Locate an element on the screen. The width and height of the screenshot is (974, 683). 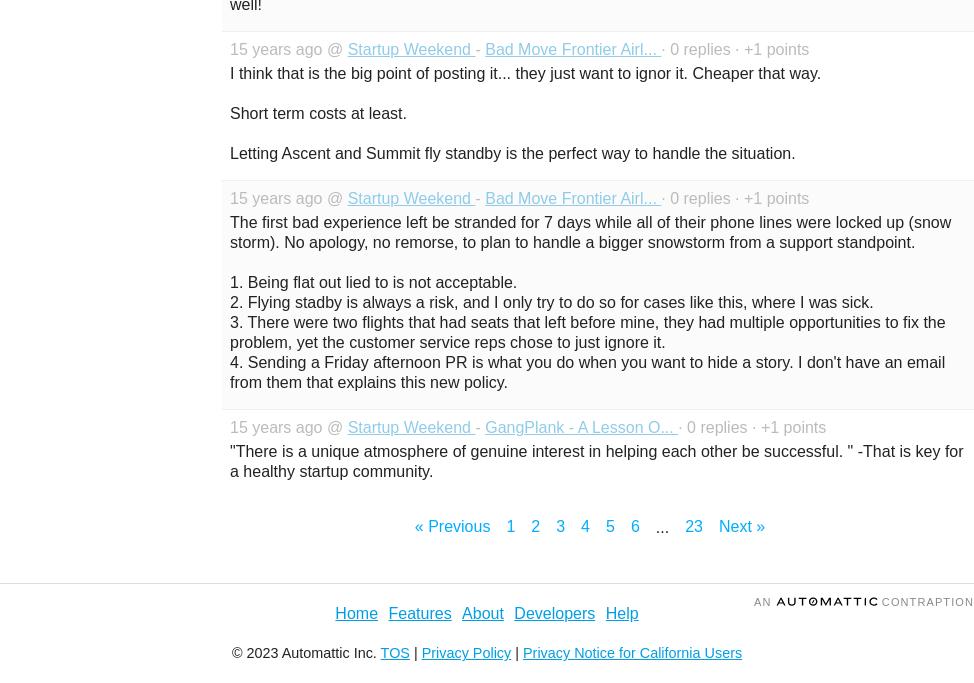
'© 2023 Automattic Inc.' is located at coordinates (304, 653).